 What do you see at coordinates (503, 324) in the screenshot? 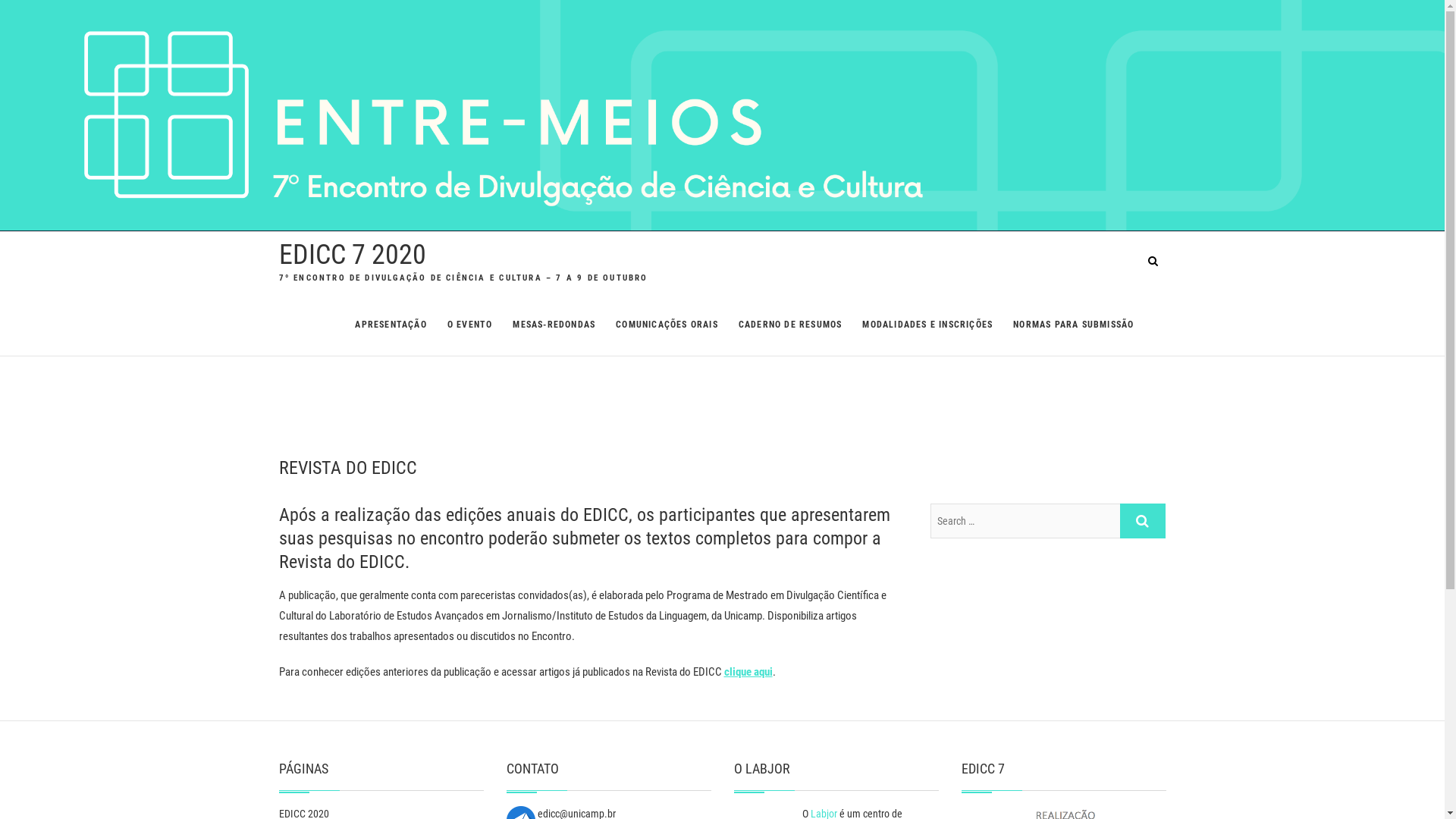
I see `'MESAS-REDONDAS'` at bounding box center [503, 324].